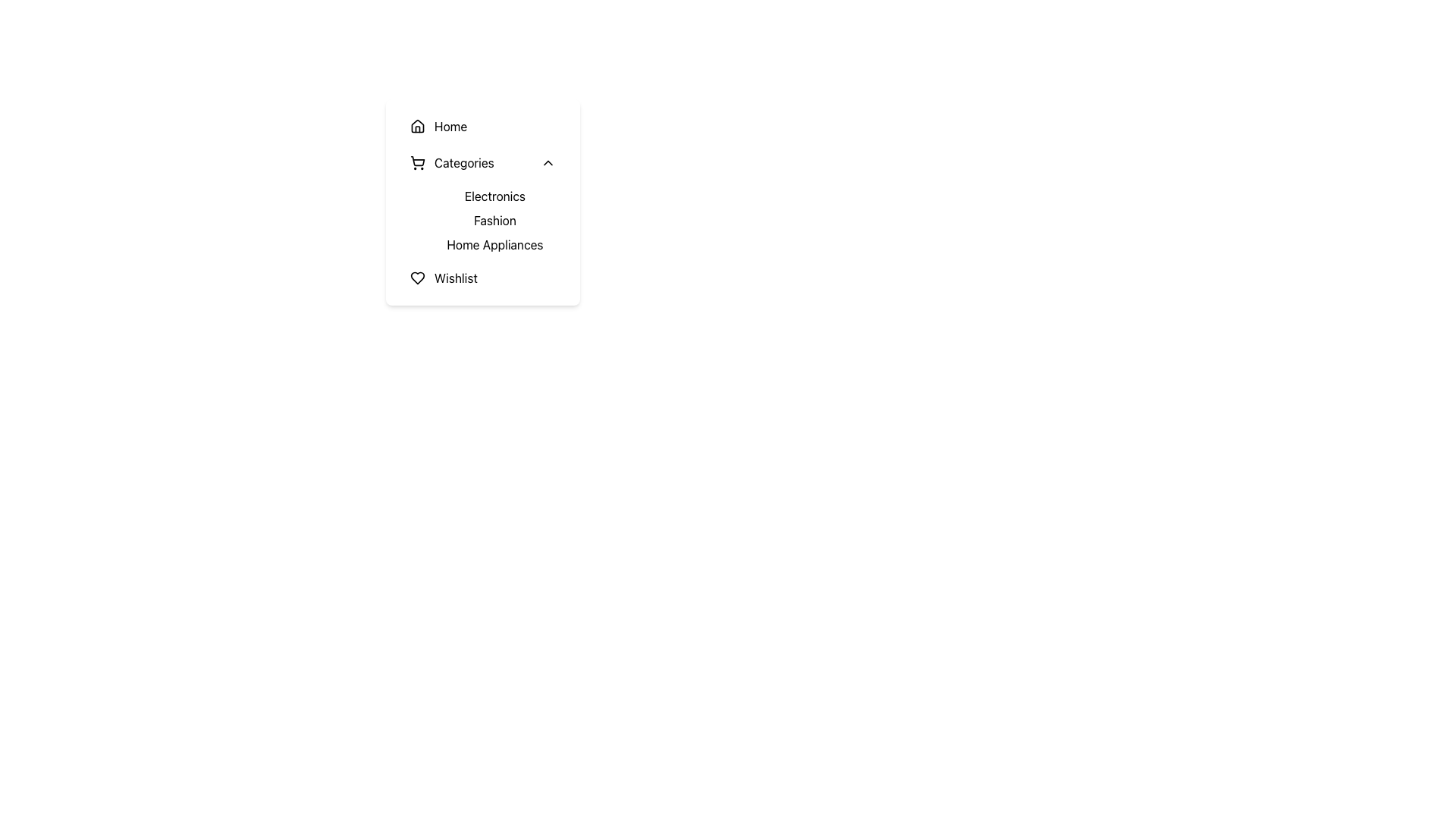 The image size is (1456, 819). Describe the element at coordinates (494, 220) in the screenshot. I see `the text-based clickable link that displays 'Fashion' located in the vertical menu under the 'Categories' section, positioned between 'Electronics' and 'Home Appliances'` at that location.